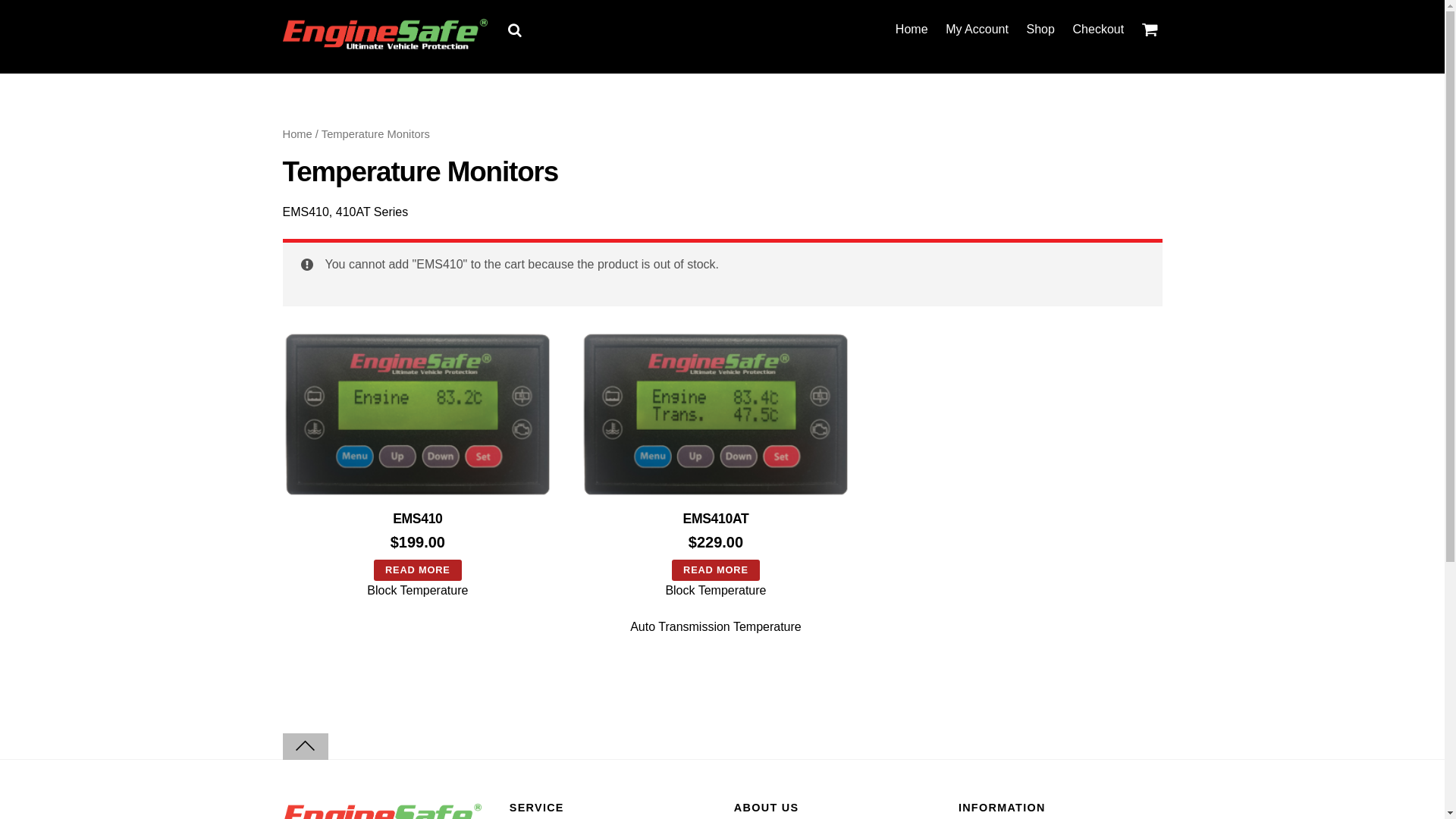 This screenshot has height=819, width=1456. Describe the element at coordinates (977, 29) in the screenshot. I see `'My Account'` at that location.